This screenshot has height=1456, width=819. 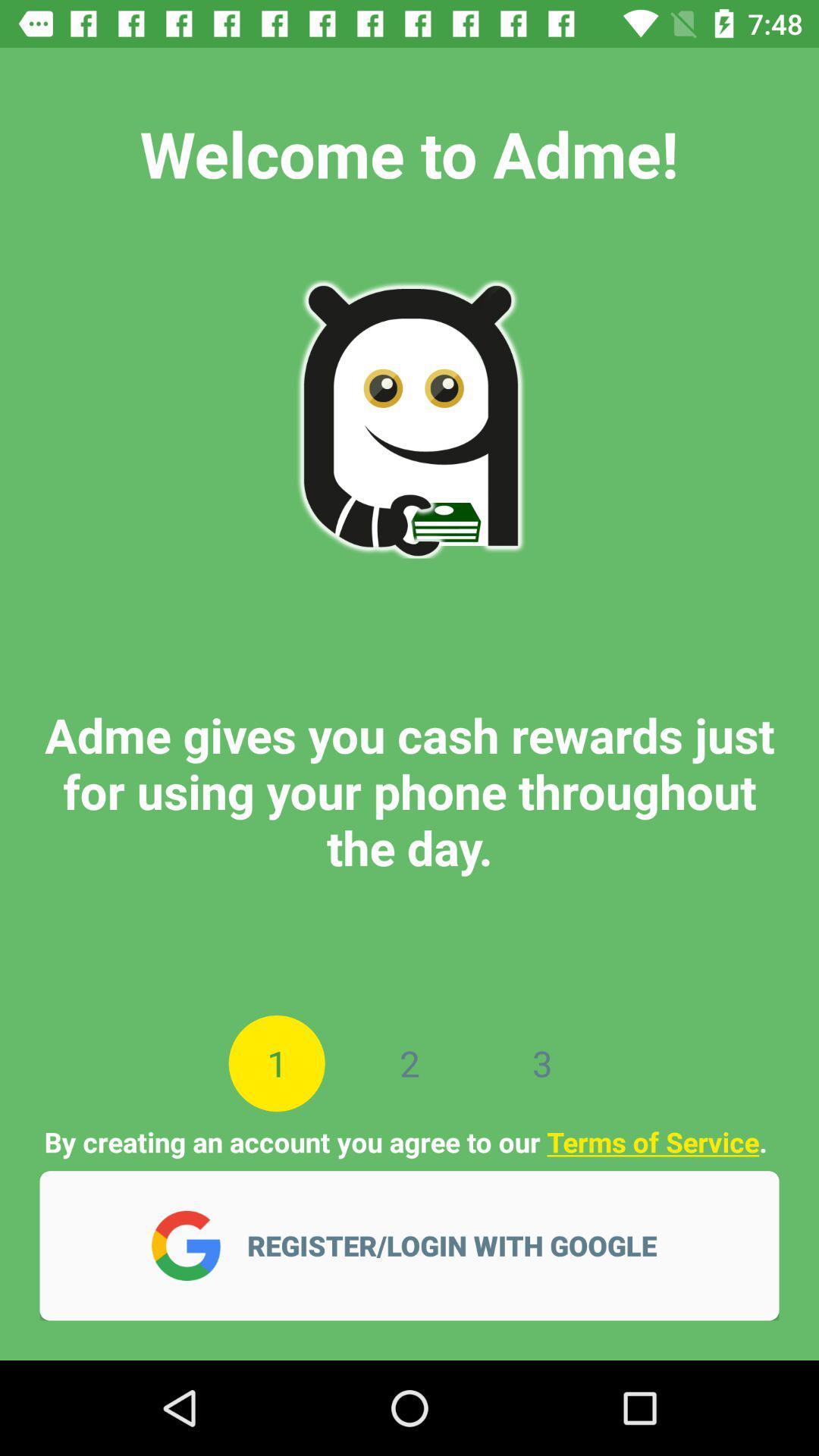 What do you see at coordinates (461, 1245) in the screenshot?
I see `the register login with icon` at bounding box center [461, 1245].